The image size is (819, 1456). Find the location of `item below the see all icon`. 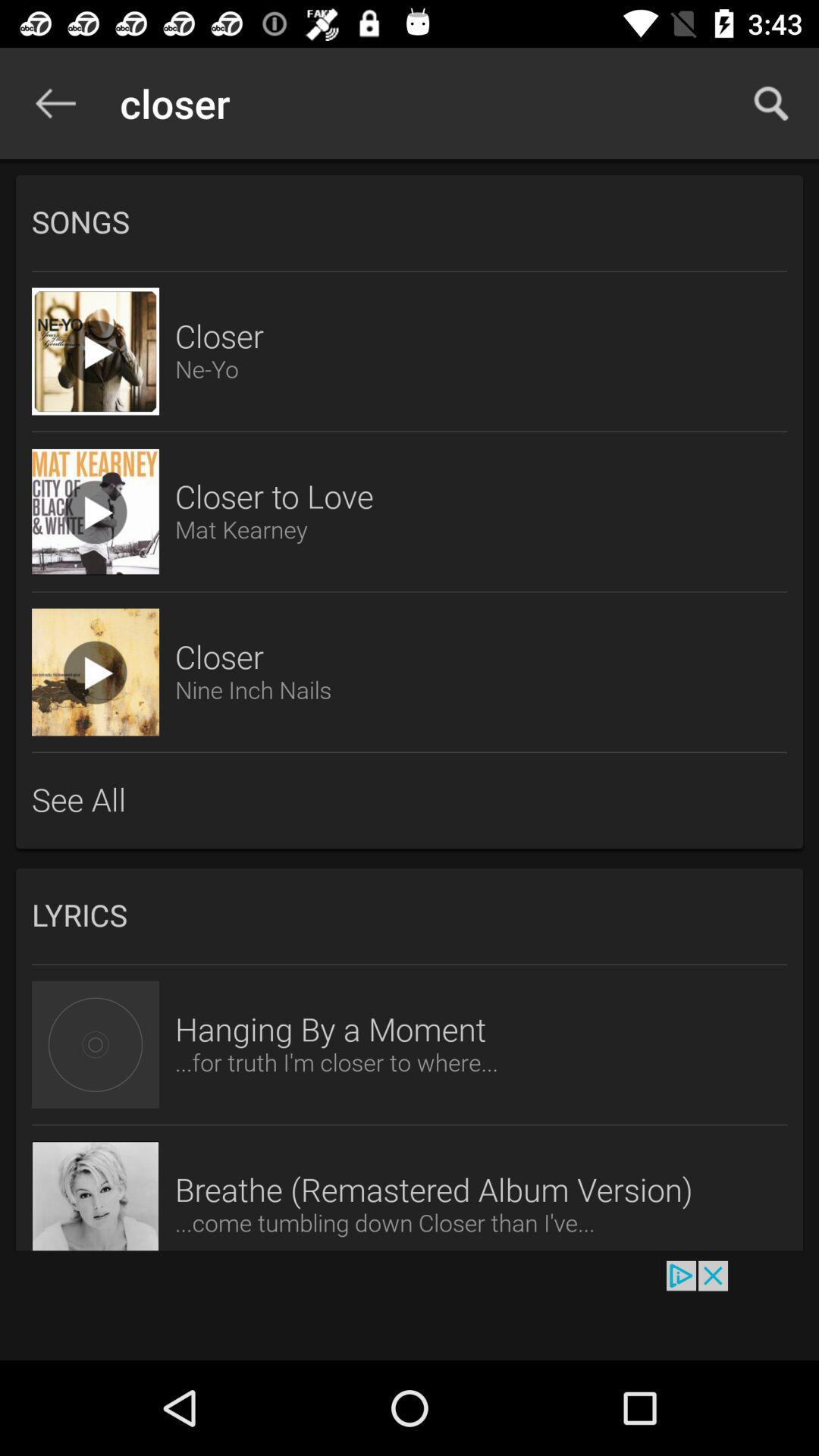

item below the see all icon is located at coordinates (409, 915).